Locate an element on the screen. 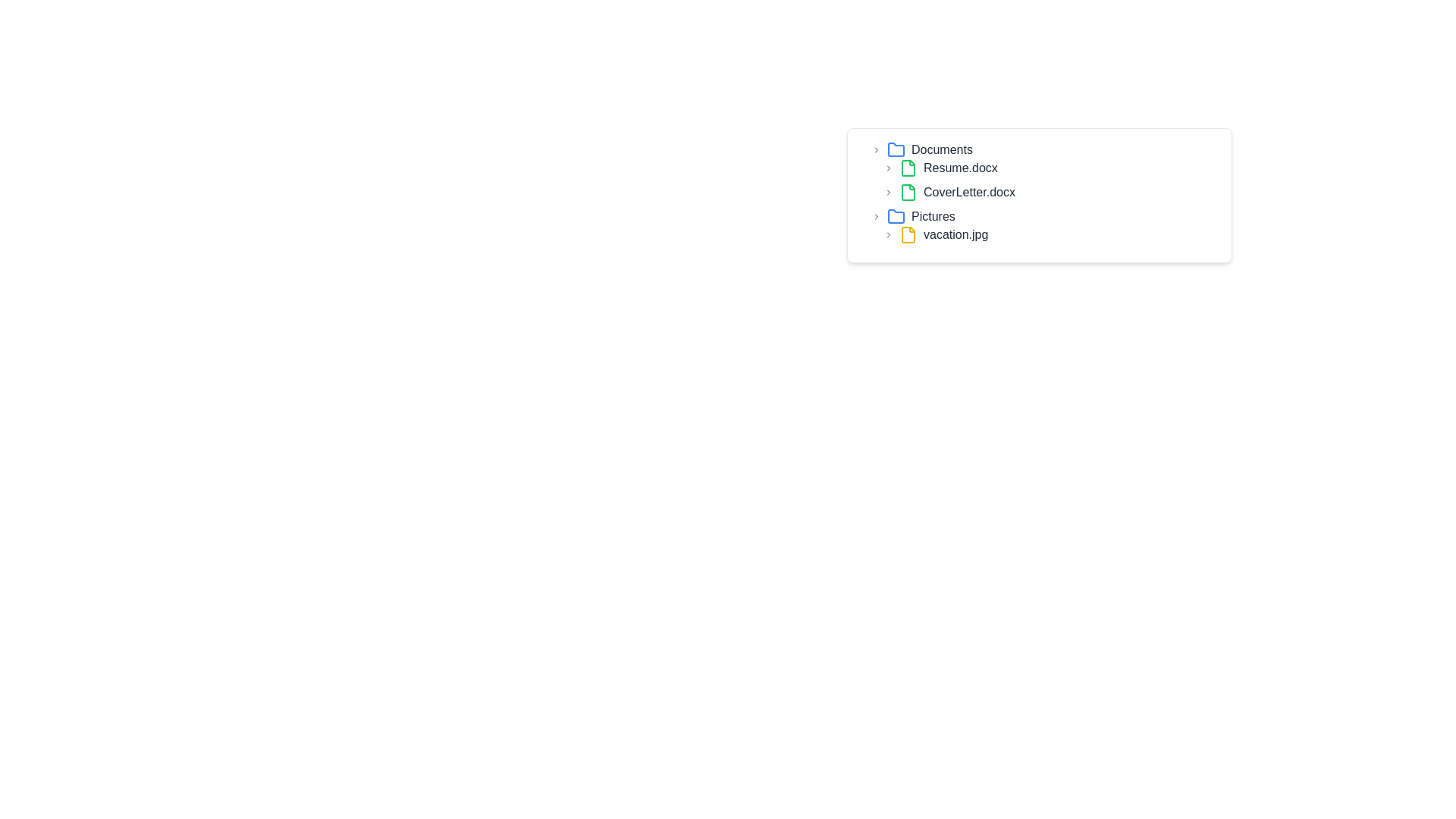 The image size is (1456, 819). the text label 'CoverLetter.docx', which is styled in medium gray and bold, located in the hierarchical file list under the 'Documents' folder is located at coordinates (968, 192).